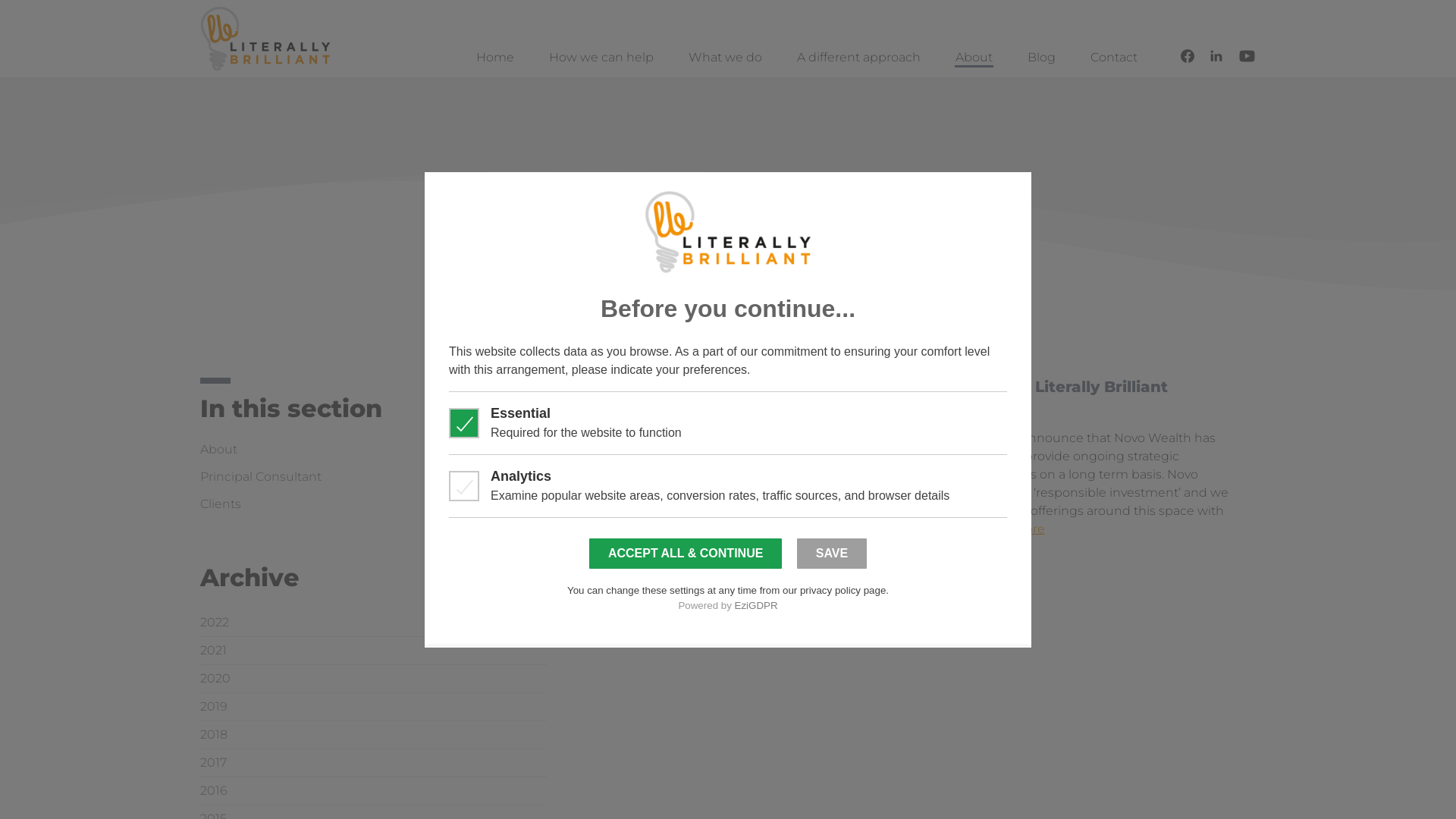  Describe the element at coordinates (214, 677) in the screenshot. I see `'2020'` at that location.